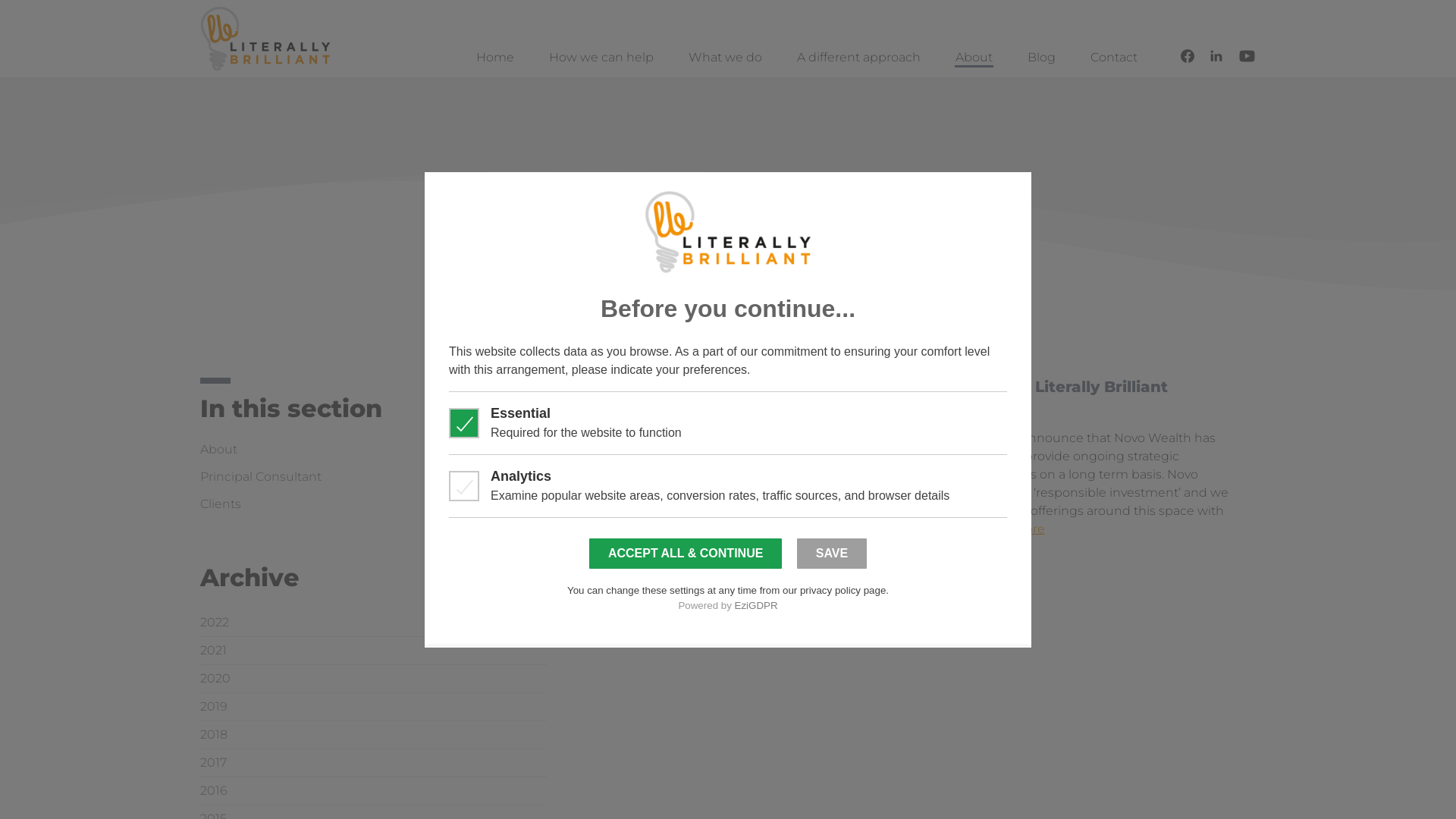  Describe the element at coordinates (214, 677) in the screenshot. I see `'2020'` at that location.